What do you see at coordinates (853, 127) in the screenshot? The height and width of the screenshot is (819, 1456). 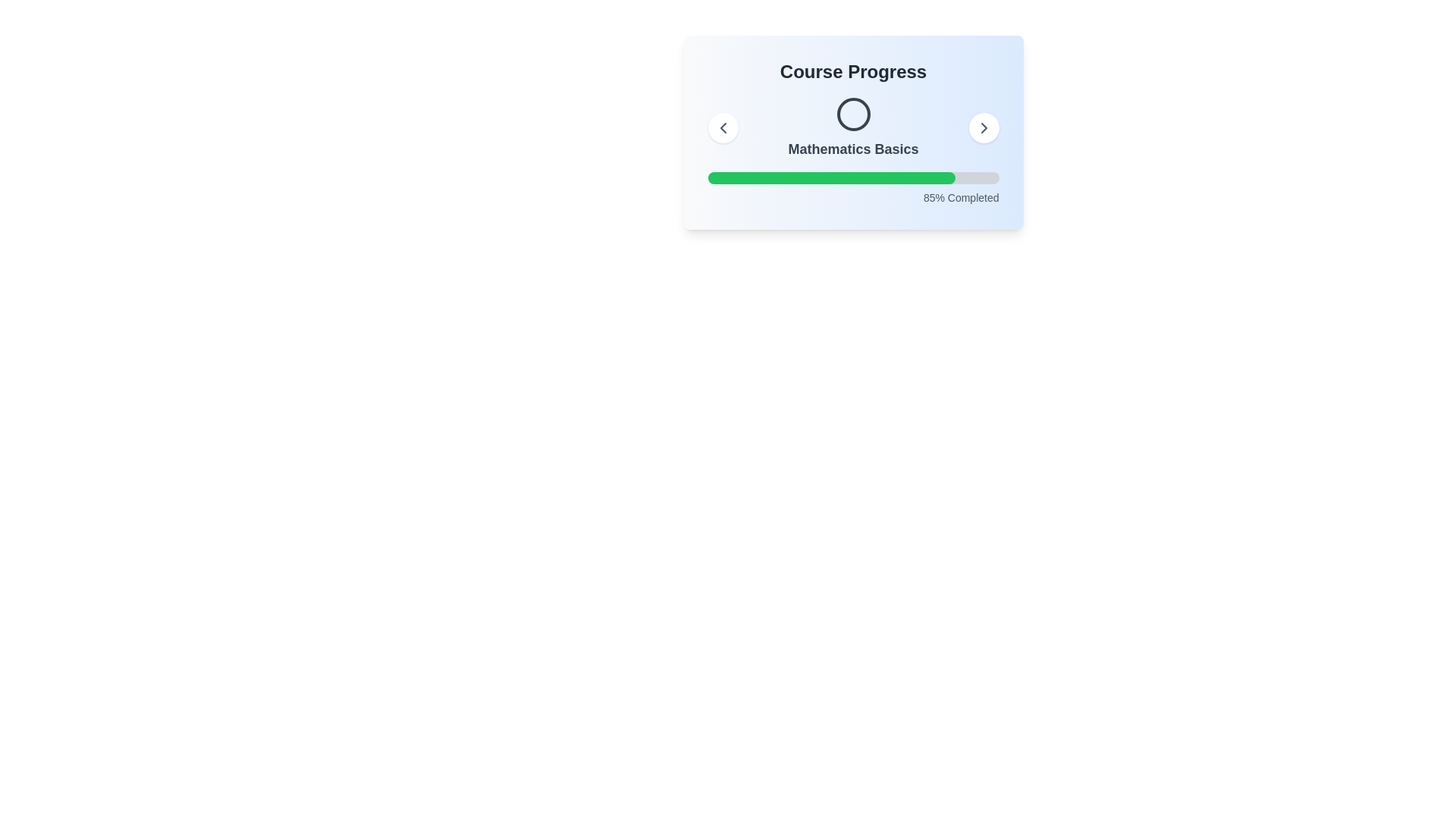 I see `the circle icon in the 'Mathematics Basics' section` at bounding box center [853, 127].